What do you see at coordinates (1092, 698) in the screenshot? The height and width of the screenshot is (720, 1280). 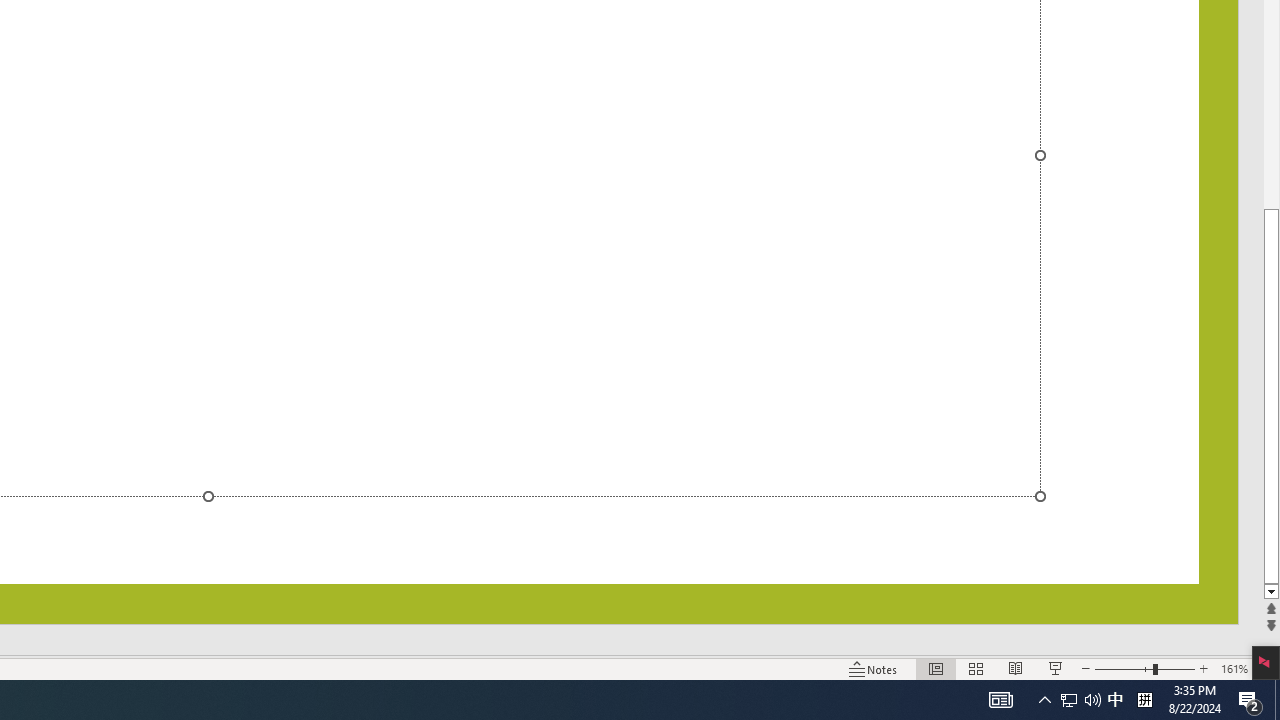 I see `'User Promoted Notification Area'` at bounding box center [1092, 698].